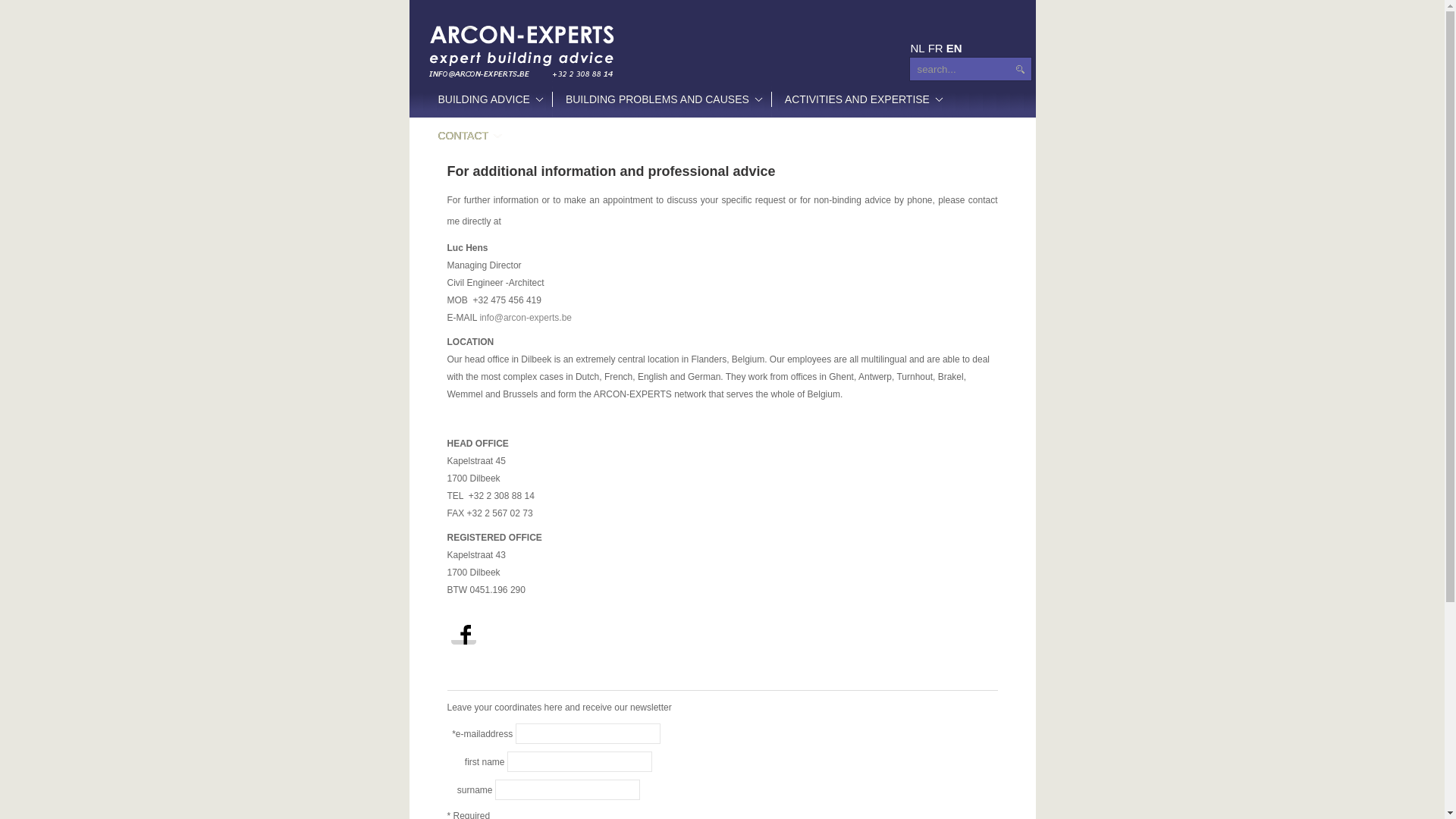  I want to click on 'info@arcon-experts.be', so click(479, 317).